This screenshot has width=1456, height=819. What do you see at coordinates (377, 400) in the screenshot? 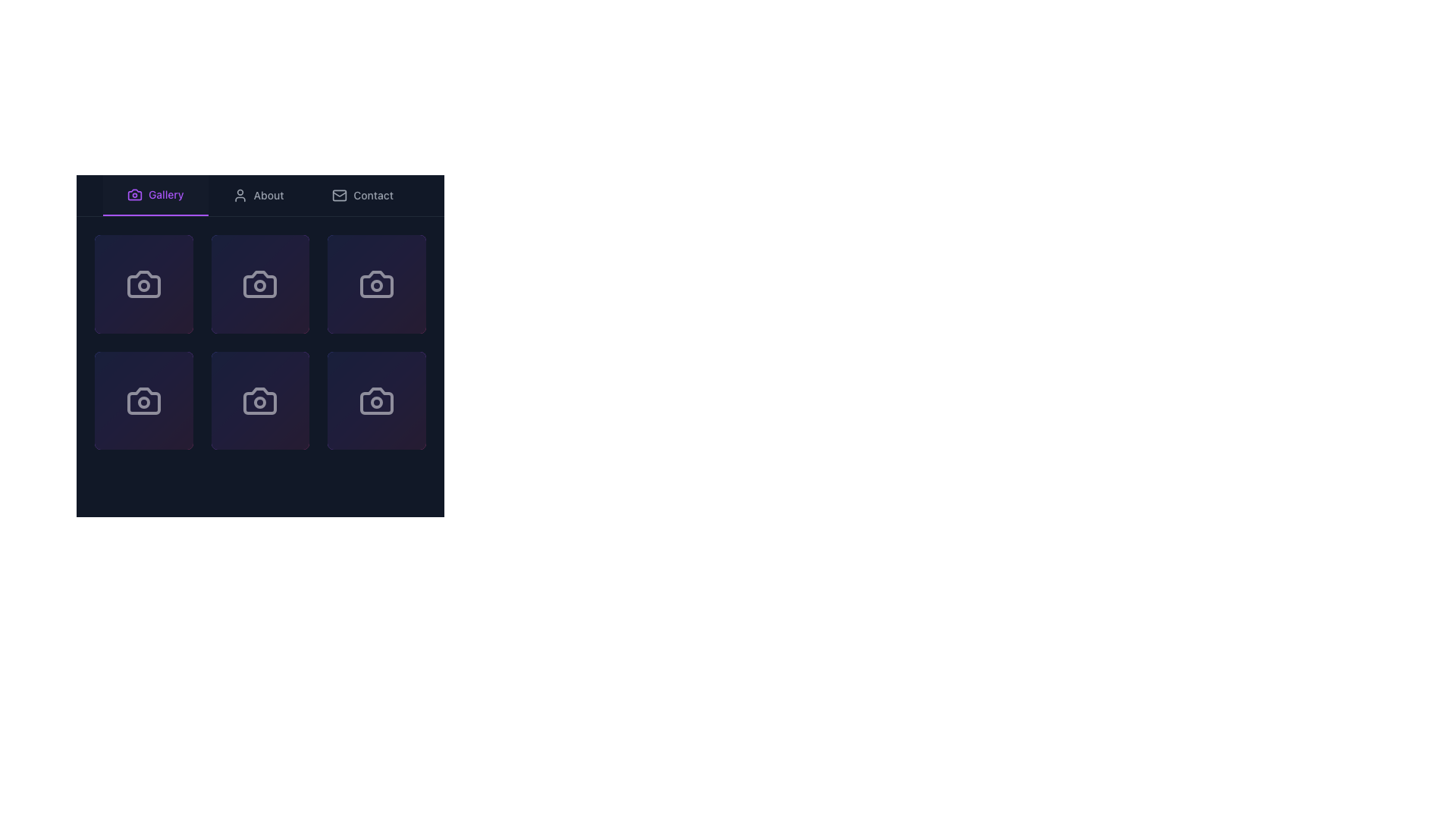
I see `the interactive button located in the bottom-right corner of the second row of the grid` at bounding box center [377, 400].